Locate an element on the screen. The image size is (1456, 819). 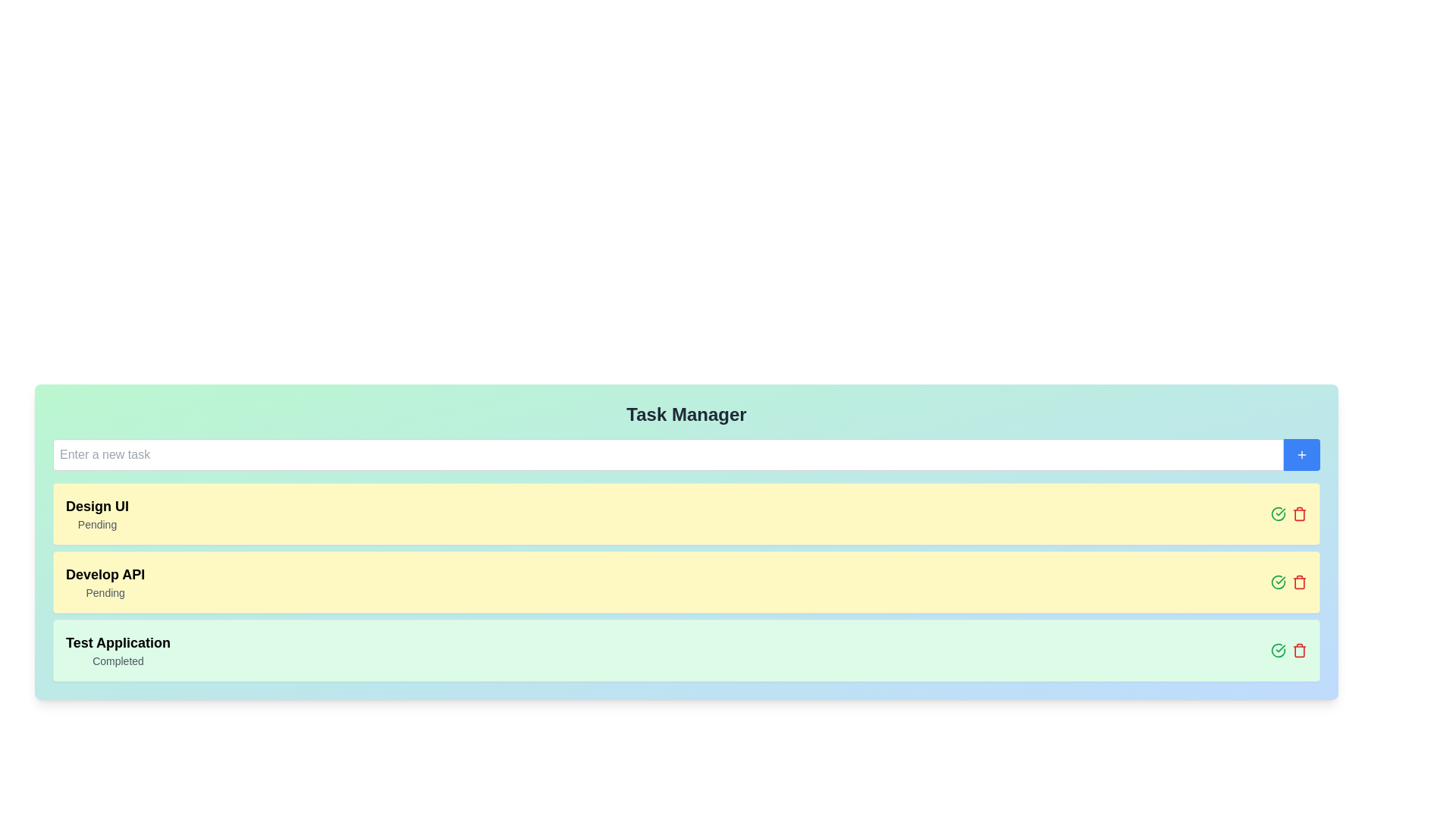
delete button for the task 'Test Application' is located at coordinates (1298, 649).